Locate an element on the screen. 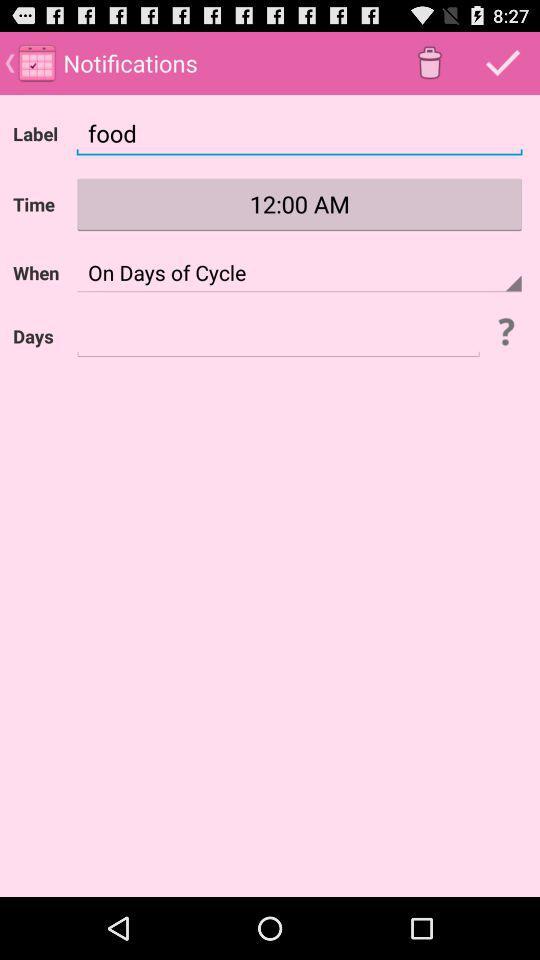  food is located at coordinates (298, 132).